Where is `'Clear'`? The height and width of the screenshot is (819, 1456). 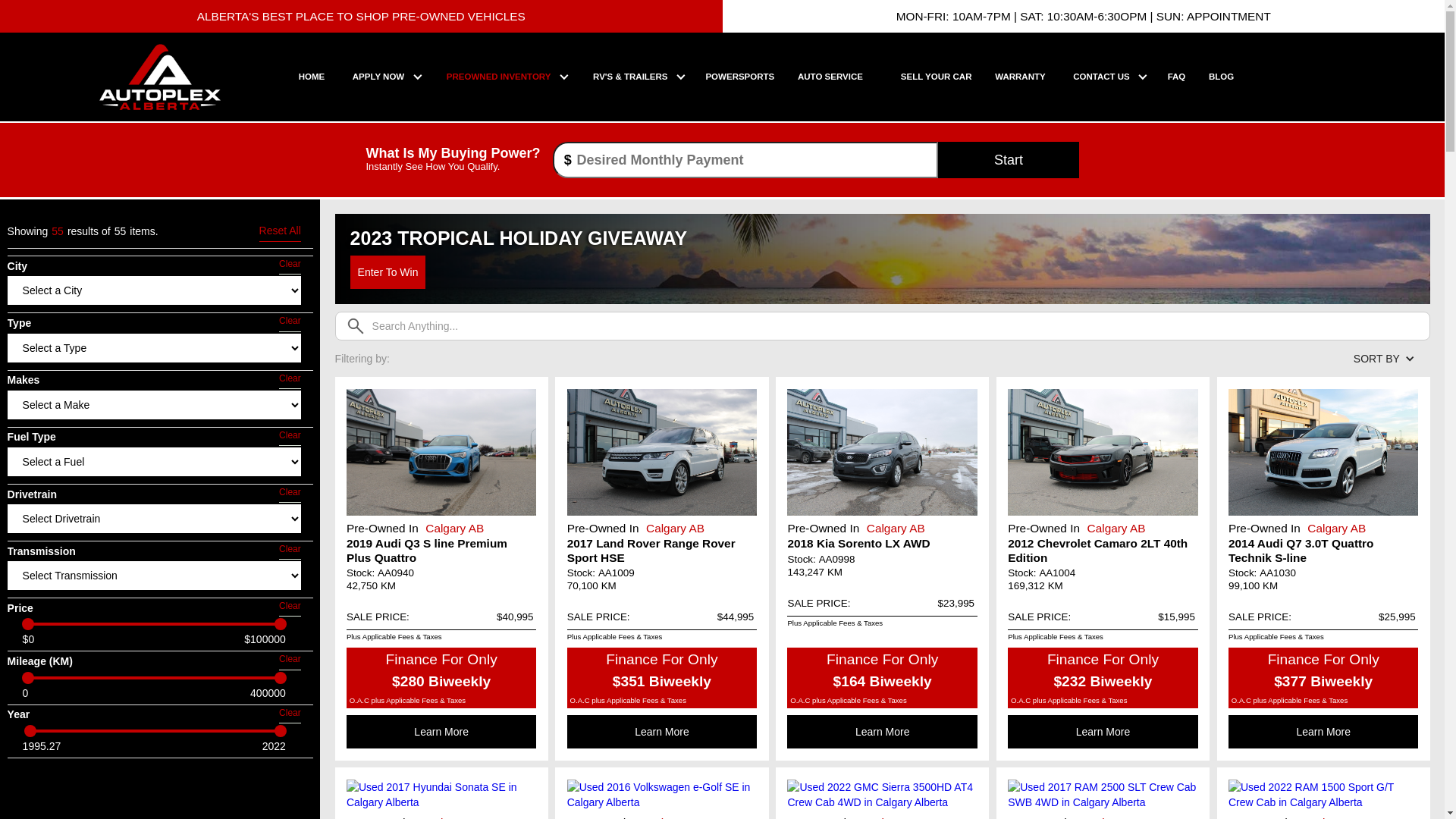 'Clear' is located at coordinates (290, 550).